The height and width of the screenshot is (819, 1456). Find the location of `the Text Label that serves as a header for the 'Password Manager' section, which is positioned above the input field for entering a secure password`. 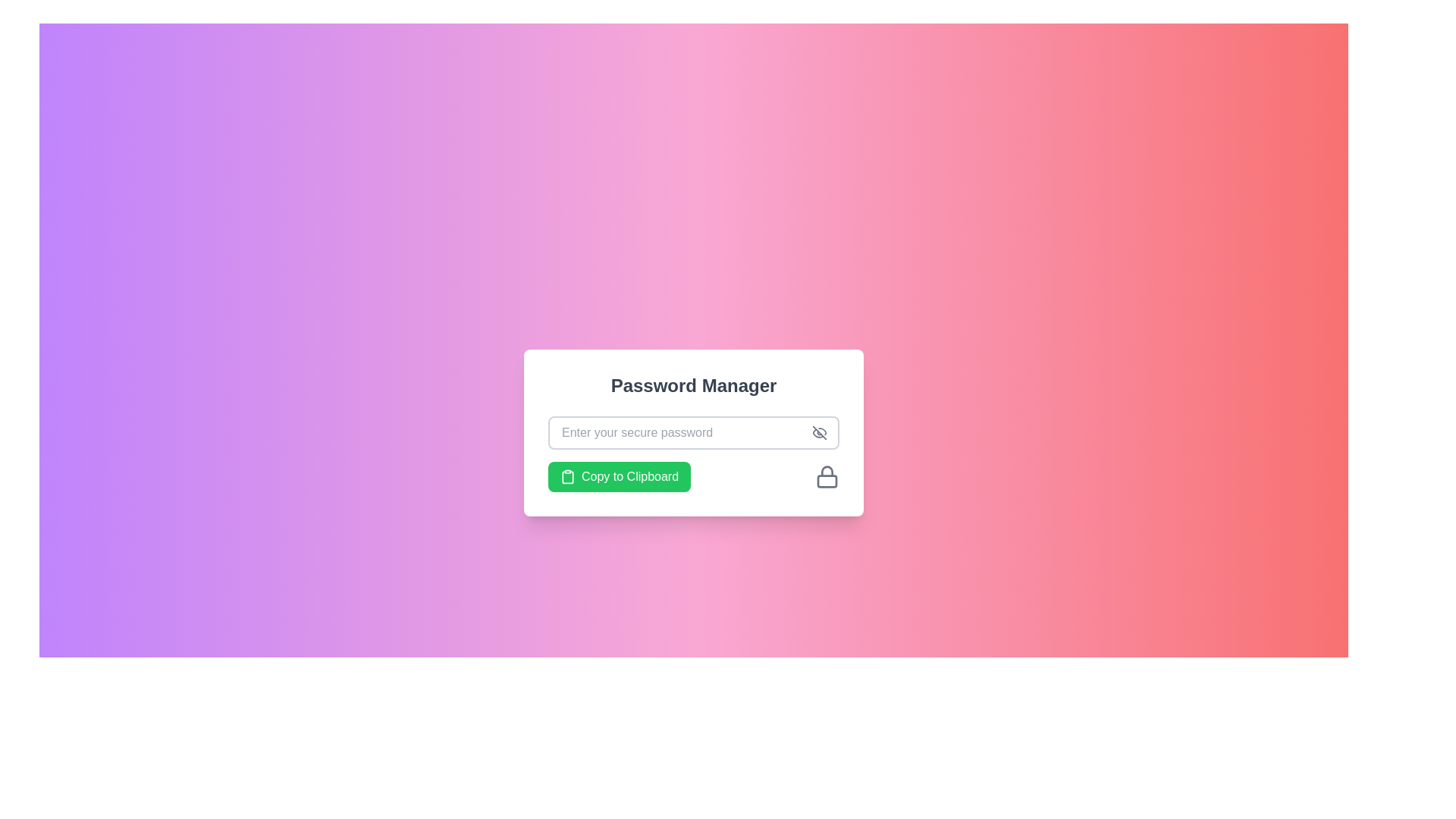

the Text Label that serves as a header for the 'Password Manager' section, which is positioned above the input field for entering a secure password is located at coordinates (693, 385).